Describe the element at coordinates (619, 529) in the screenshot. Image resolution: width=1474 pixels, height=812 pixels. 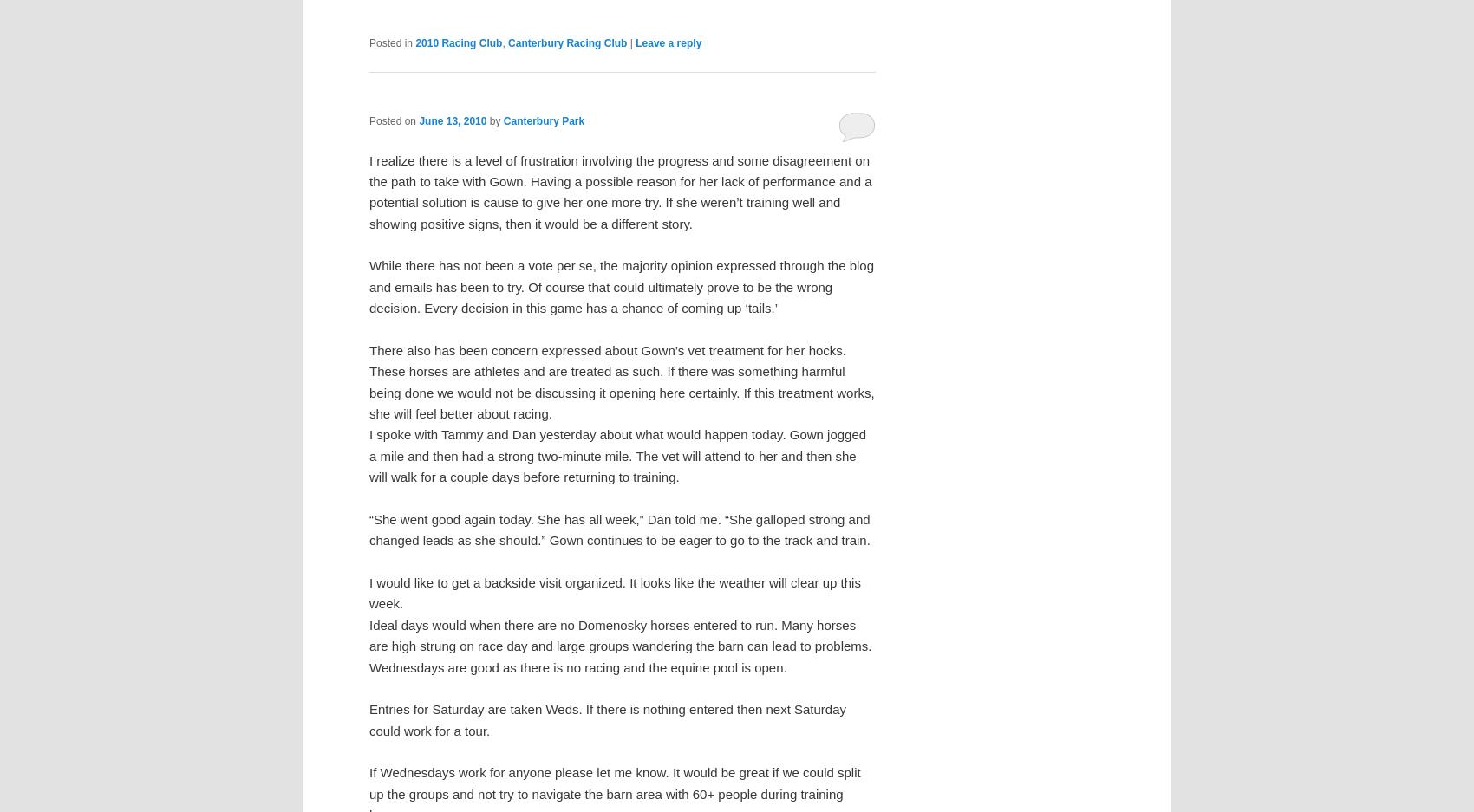
I see `'“She went good again today. She has all week,” Dan told me. “She galloped strong and changed leads as she should.” Gown continues to be eager to go to the track and train.'` at that location.